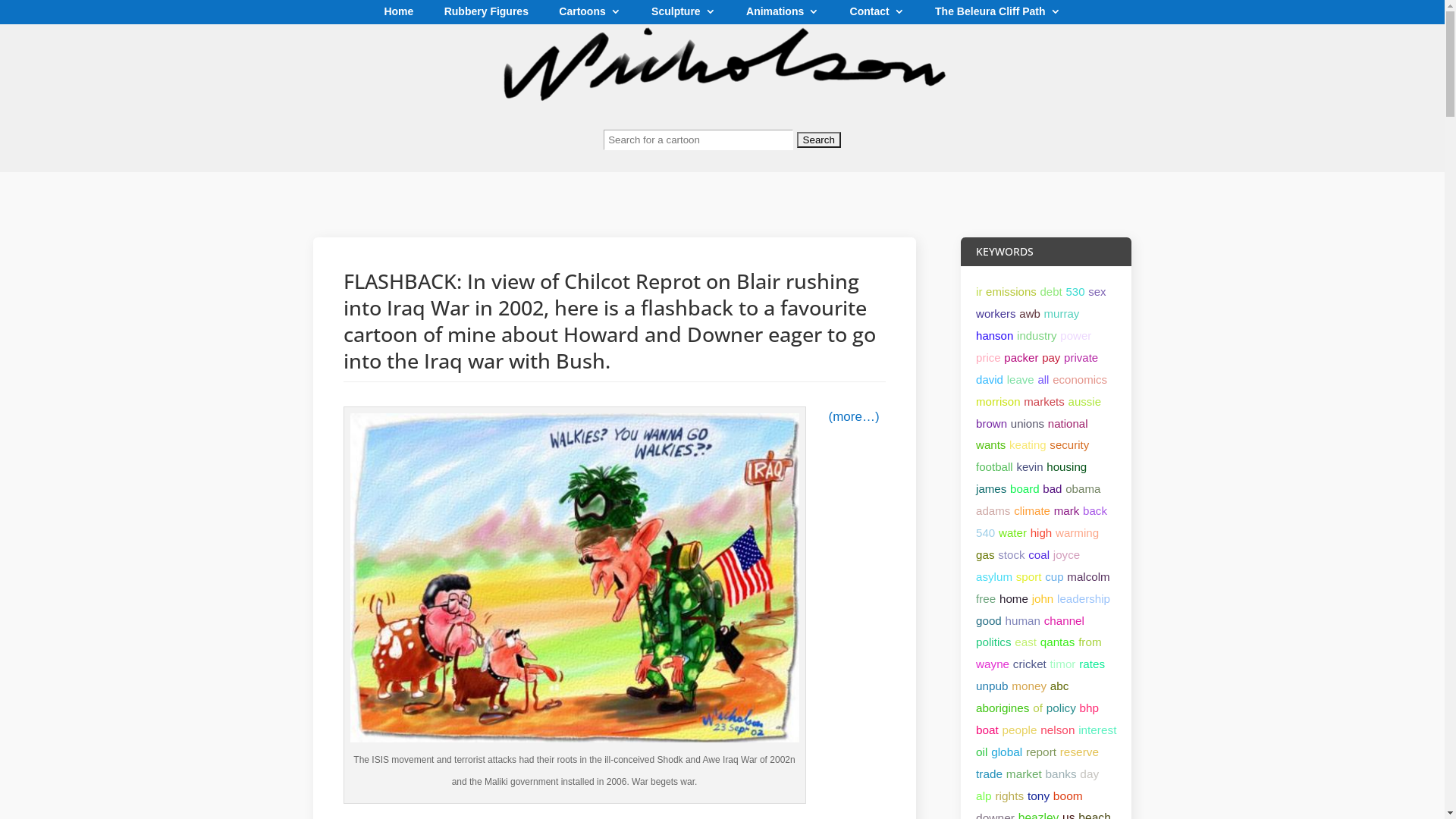  What do you see at coordinates (588, 15) in the screenshot?
I see `'Cartoons'` at bounding box center [588, 15].